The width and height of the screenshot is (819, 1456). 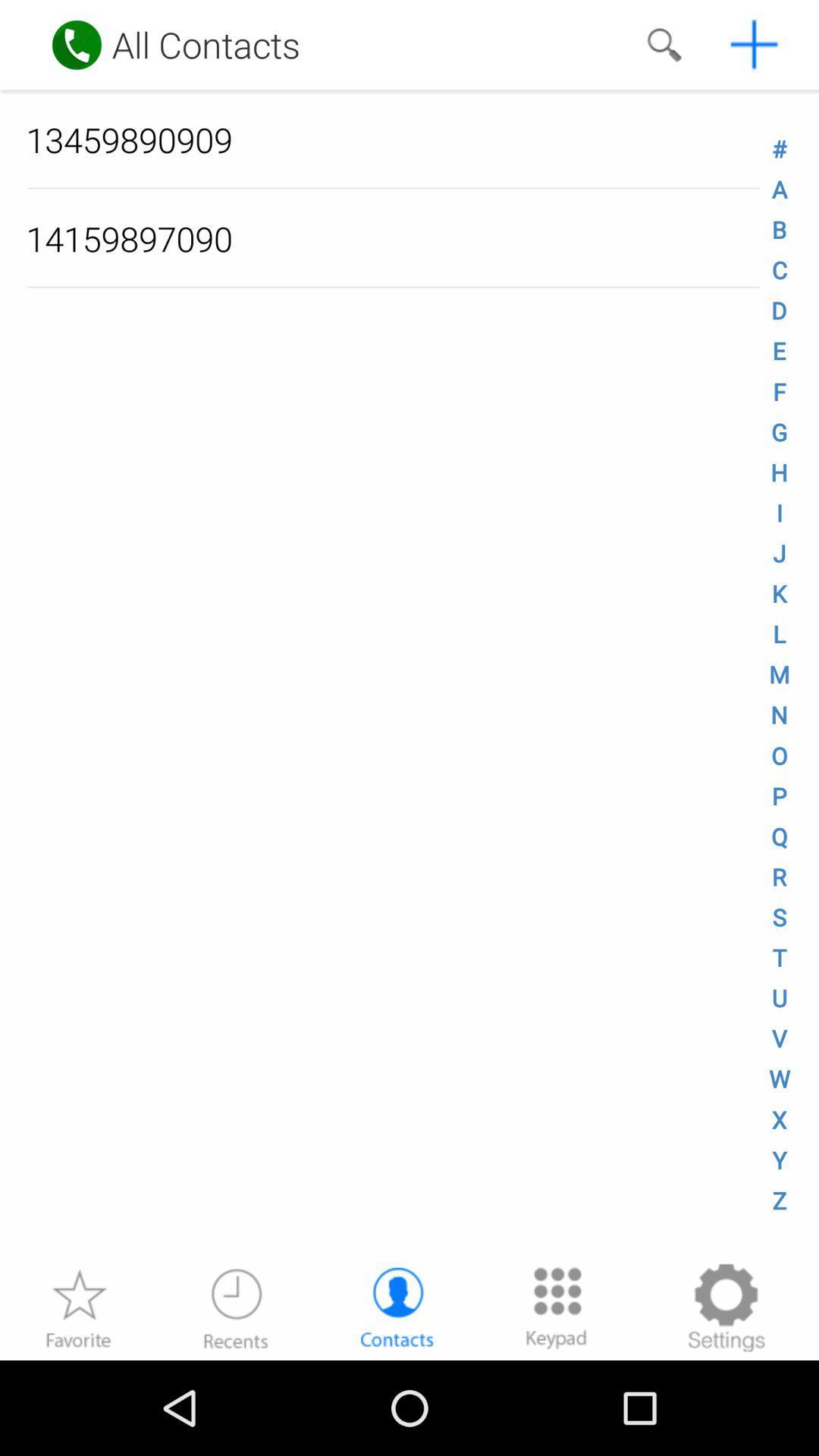 What do you see at coordinates (397, 1307) in the screenshot?
I see `the contacts at the bottom of the page` at bounding box center [397, 1307].